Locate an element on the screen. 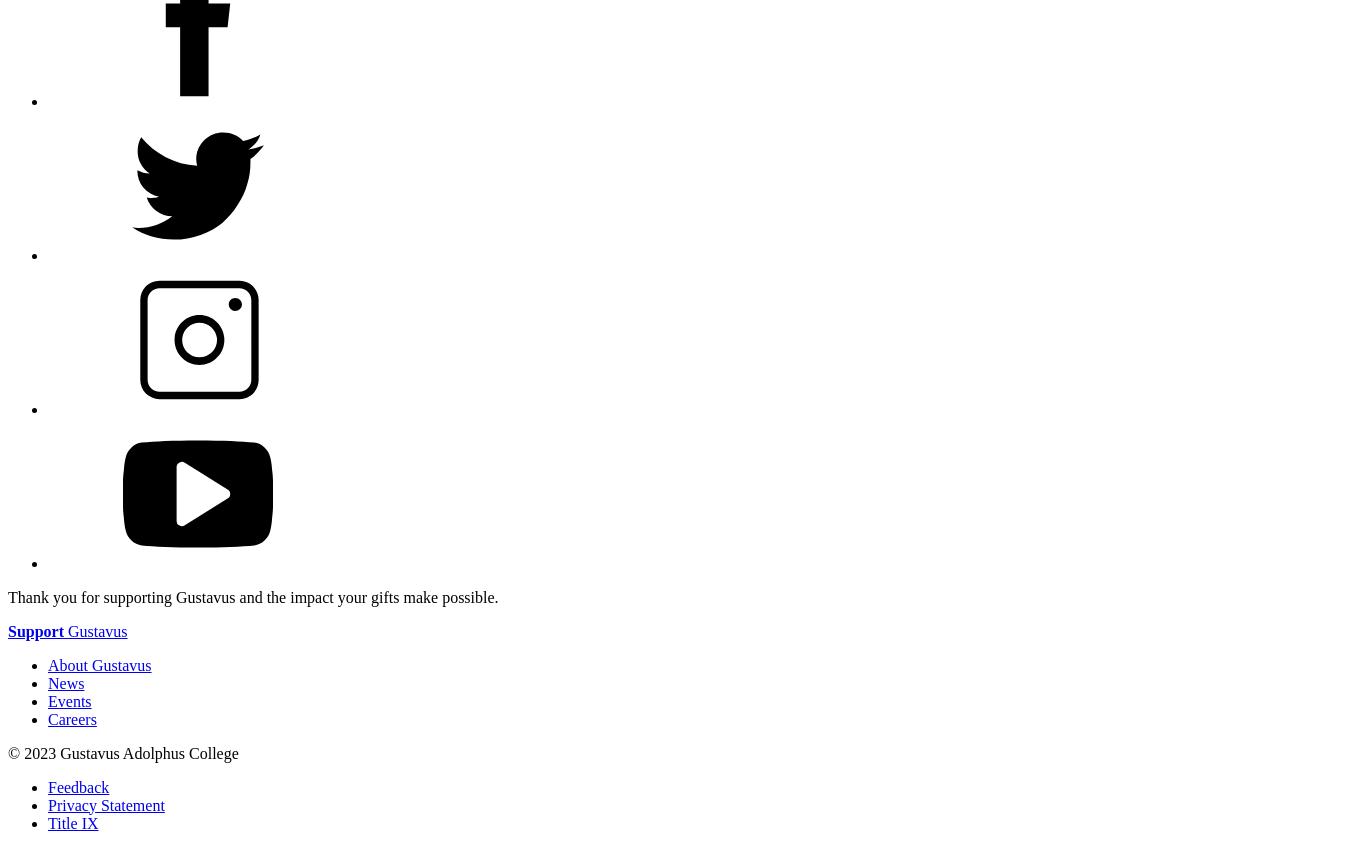  'Gustavus' is located at coordinates (95, 630).